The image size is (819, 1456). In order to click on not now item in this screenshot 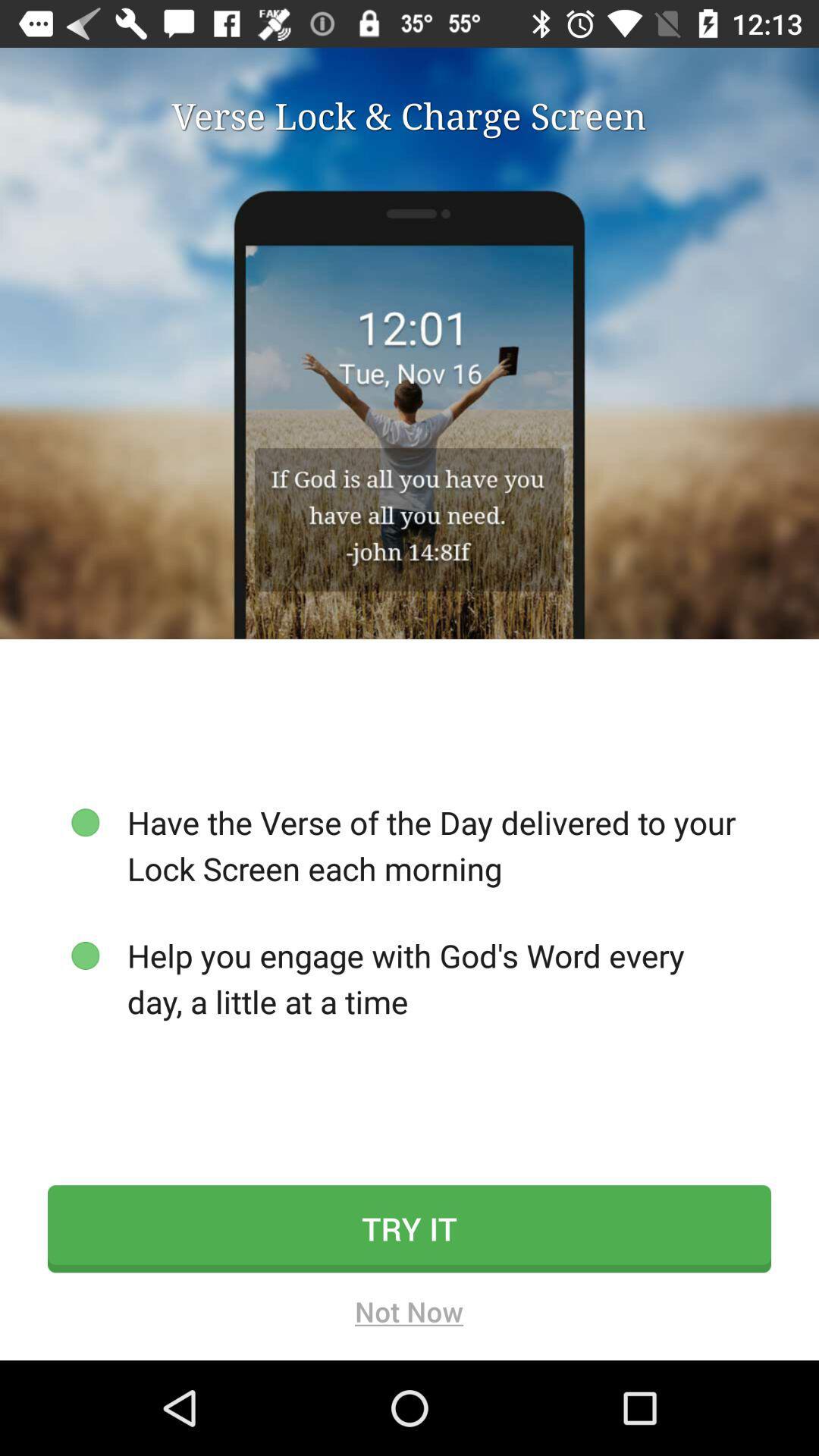, I will do `click(408, 1316)`.